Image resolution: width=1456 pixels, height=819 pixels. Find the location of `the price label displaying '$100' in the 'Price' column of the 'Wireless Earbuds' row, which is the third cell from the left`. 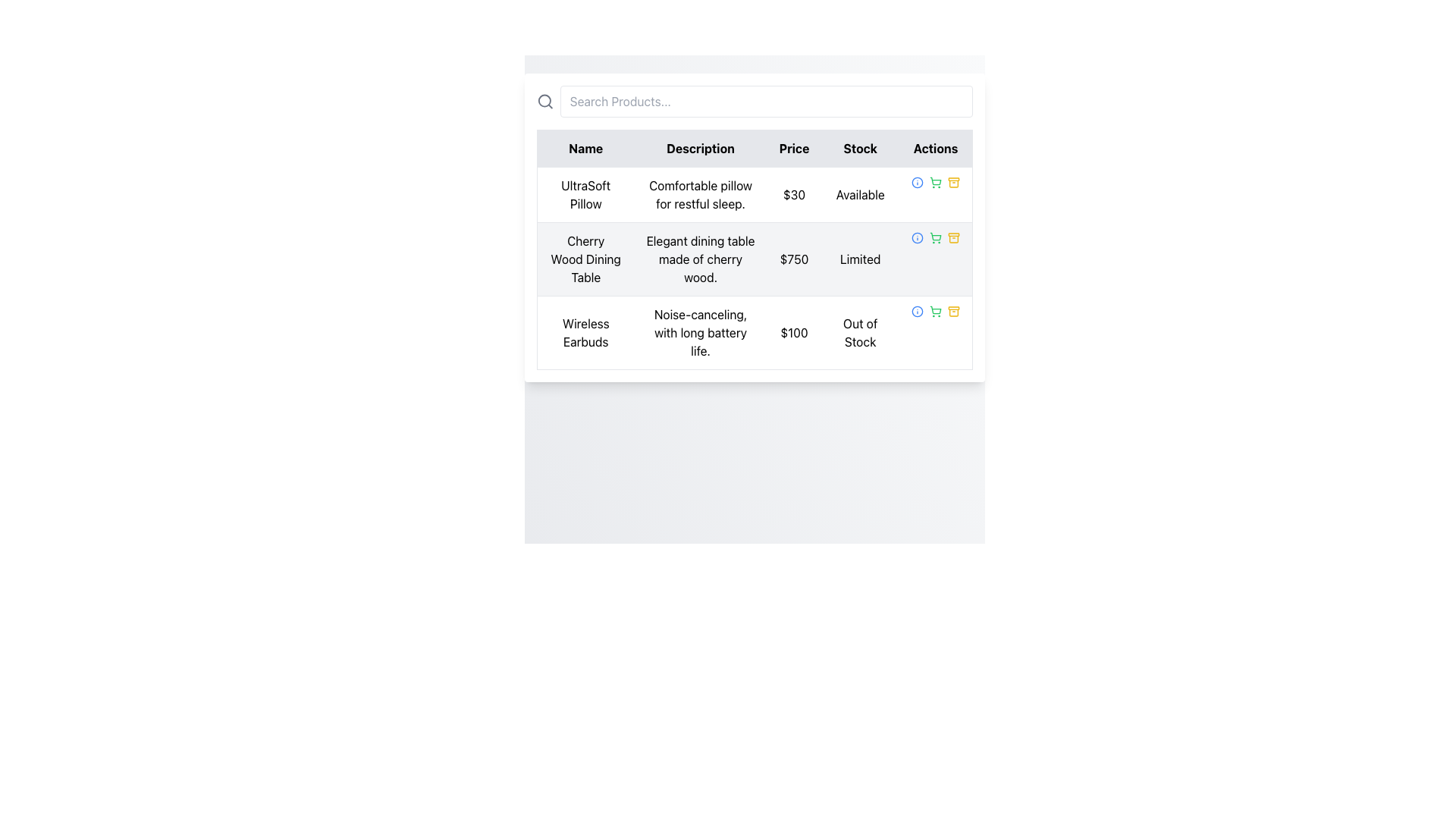

the price label displaying '$100' in the 'Price' column of the 'Wireless Earbuds' row, which is the third cell from the left is located at coordinates (793, 332).